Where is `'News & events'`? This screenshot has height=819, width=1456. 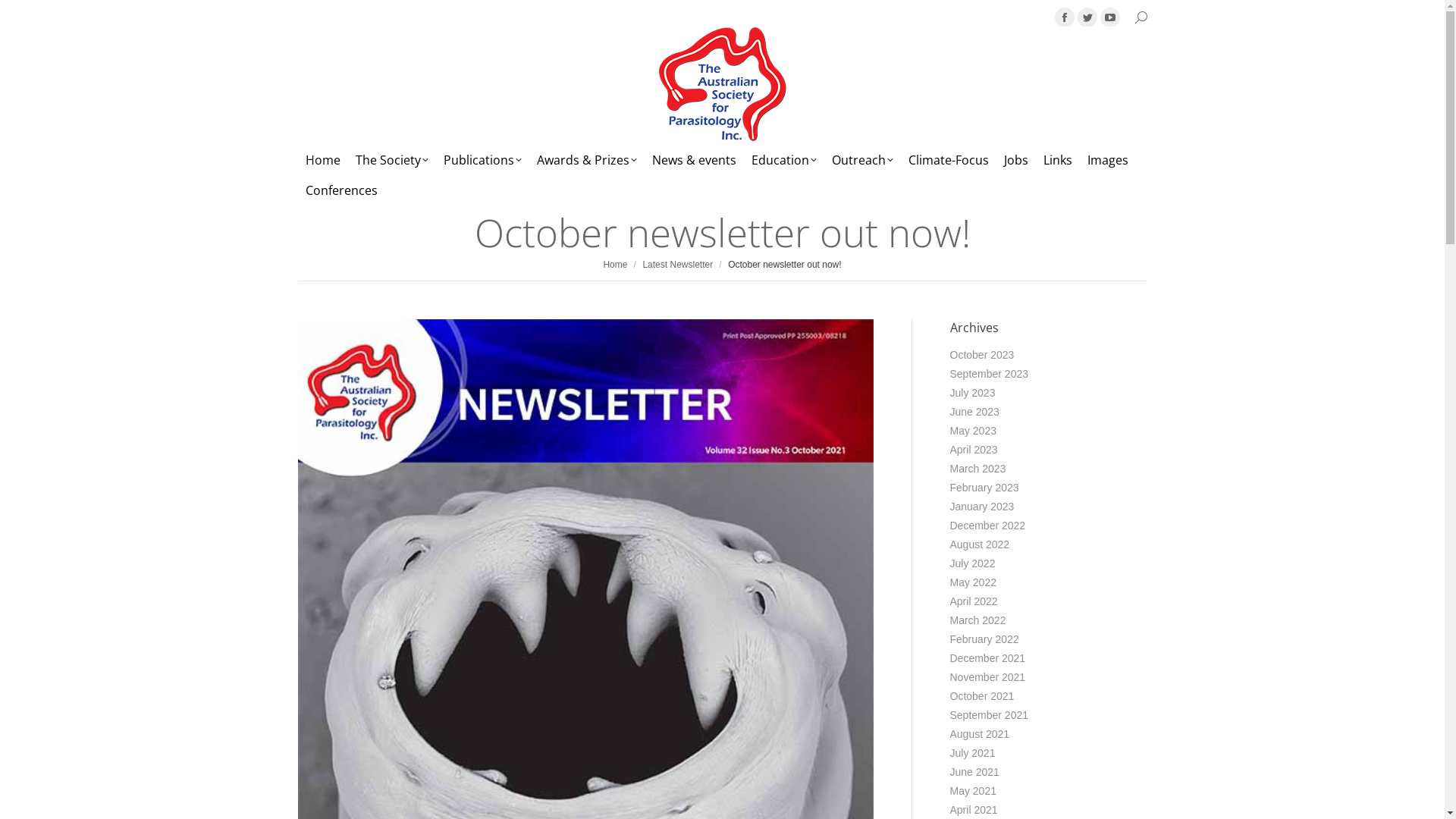 'News & events' is located at coordinates (693, 160).